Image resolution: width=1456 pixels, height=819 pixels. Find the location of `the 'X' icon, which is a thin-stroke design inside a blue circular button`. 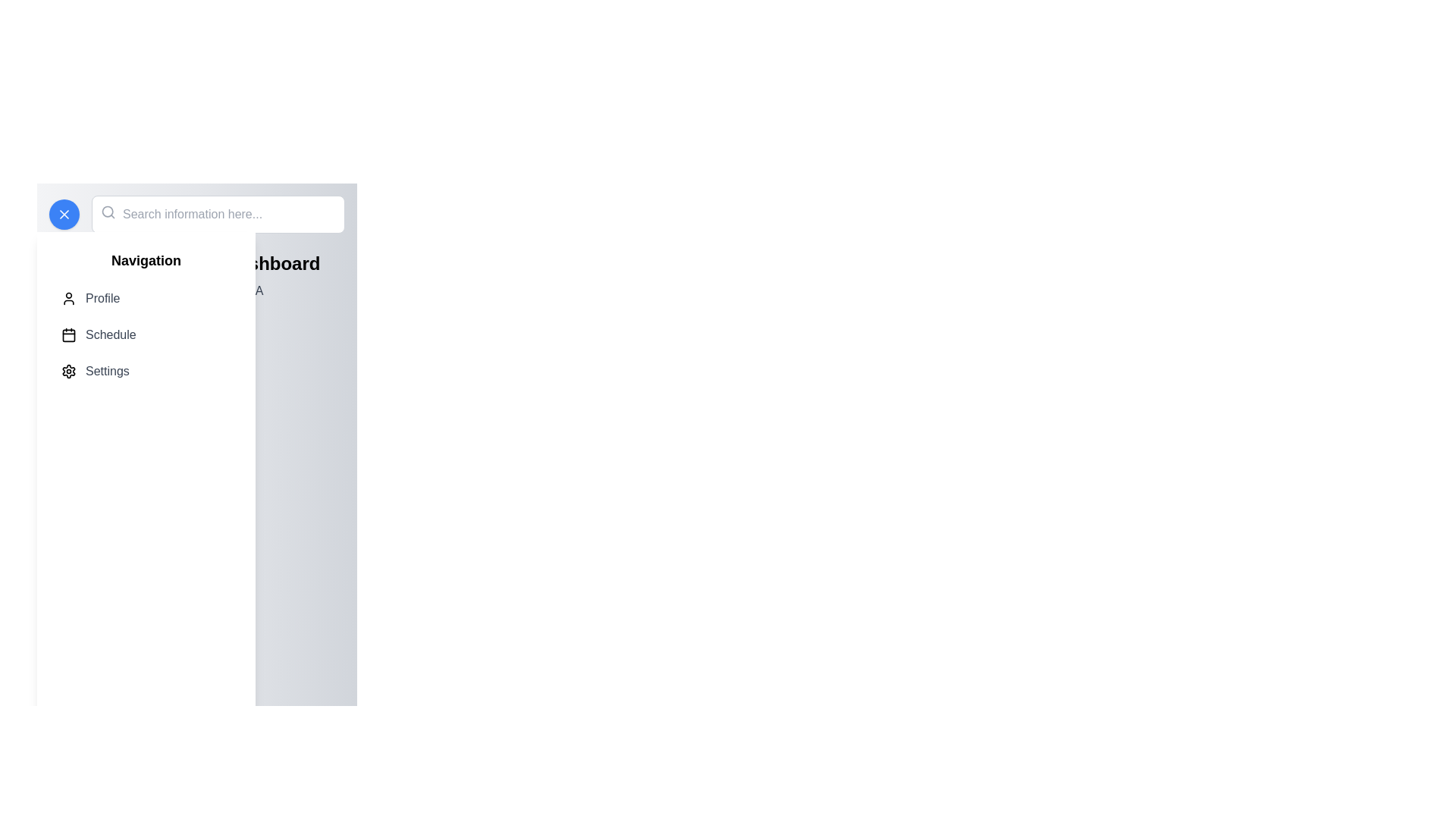

the 'X' icon, which is a thin-stroke design inside a blue circular button is located at coordinates (64, 214).